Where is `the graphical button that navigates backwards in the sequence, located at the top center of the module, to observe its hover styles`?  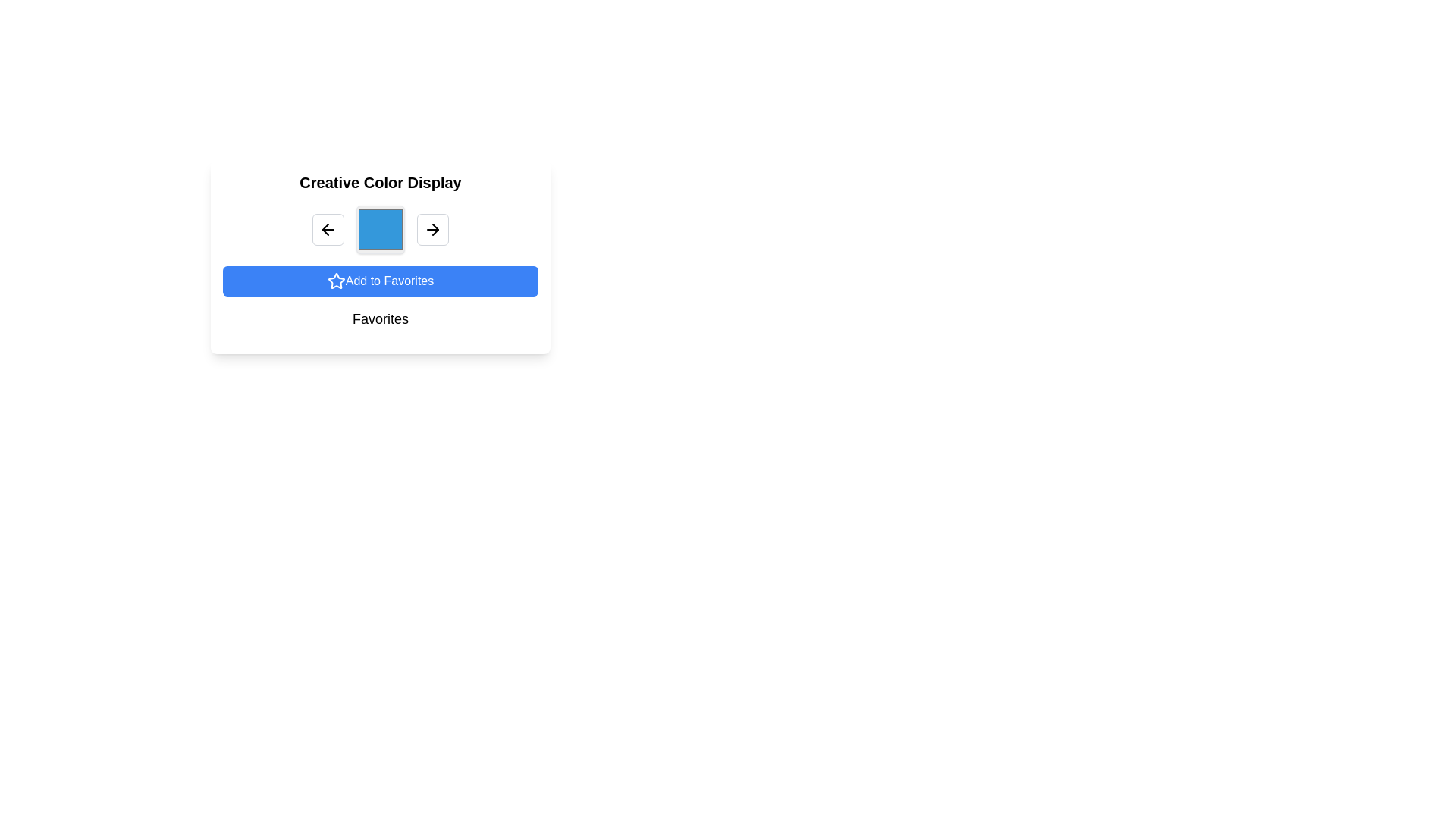 the graphical button that navigates backwards in the sequence, located at the top center of the module, to observe its hover styles is located at coordinates (327, 230).